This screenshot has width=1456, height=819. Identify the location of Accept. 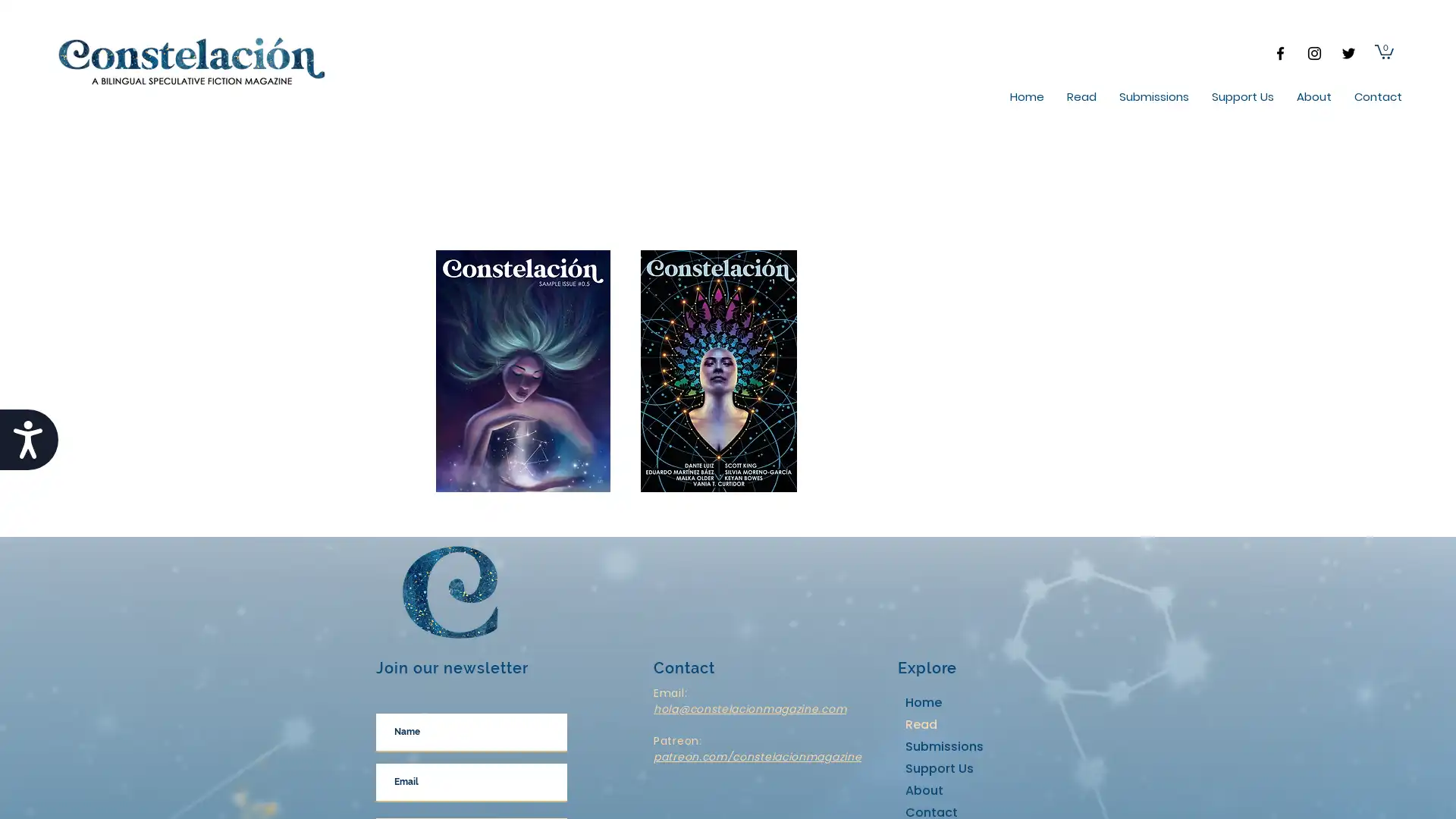
(1388, 792).